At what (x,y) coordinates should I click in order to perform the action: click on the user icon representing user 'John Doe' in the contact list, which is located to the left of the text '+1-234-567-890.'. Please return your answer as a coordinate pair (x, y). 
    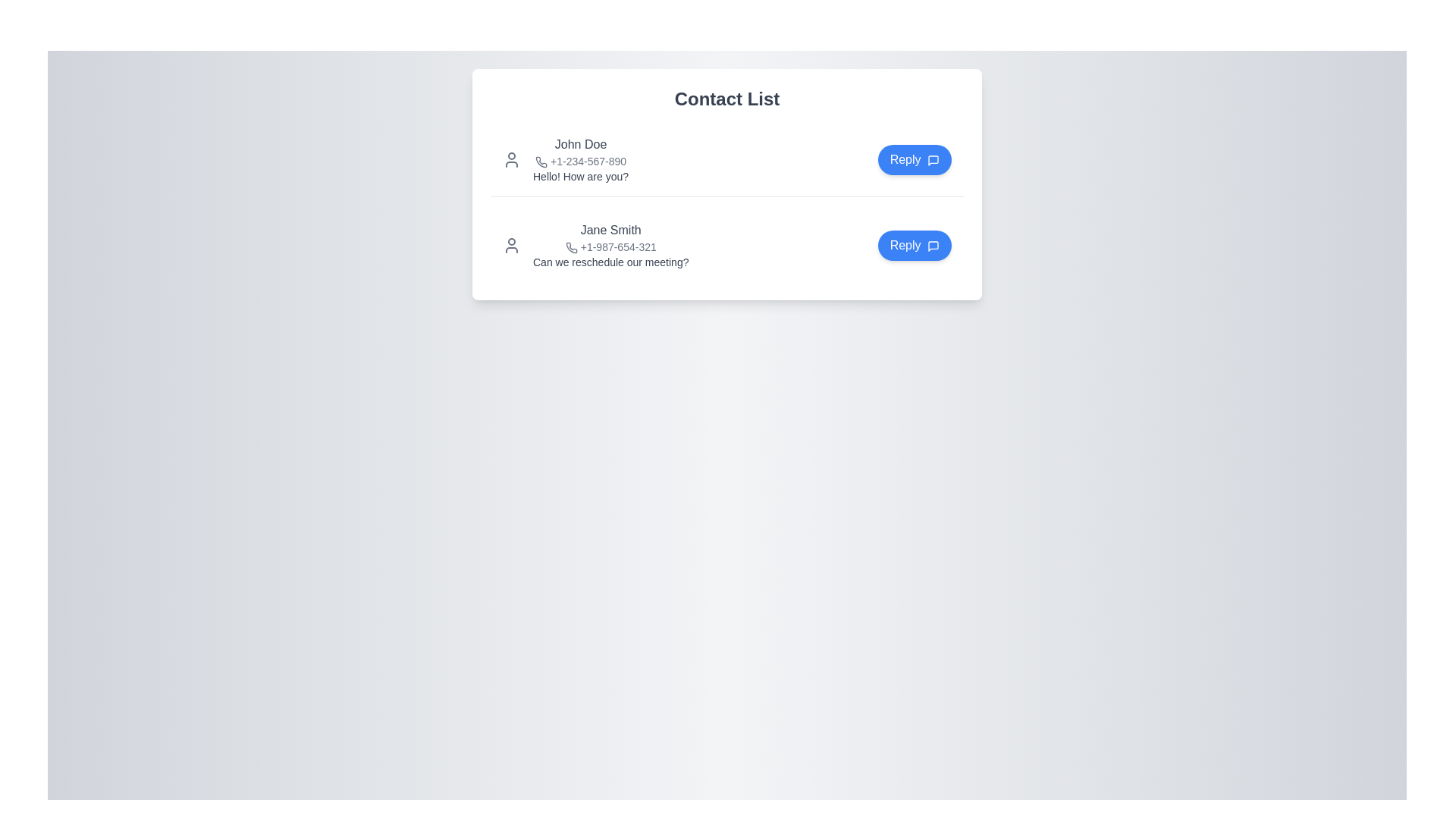
    Looking at the image, I should click on (512, 160).